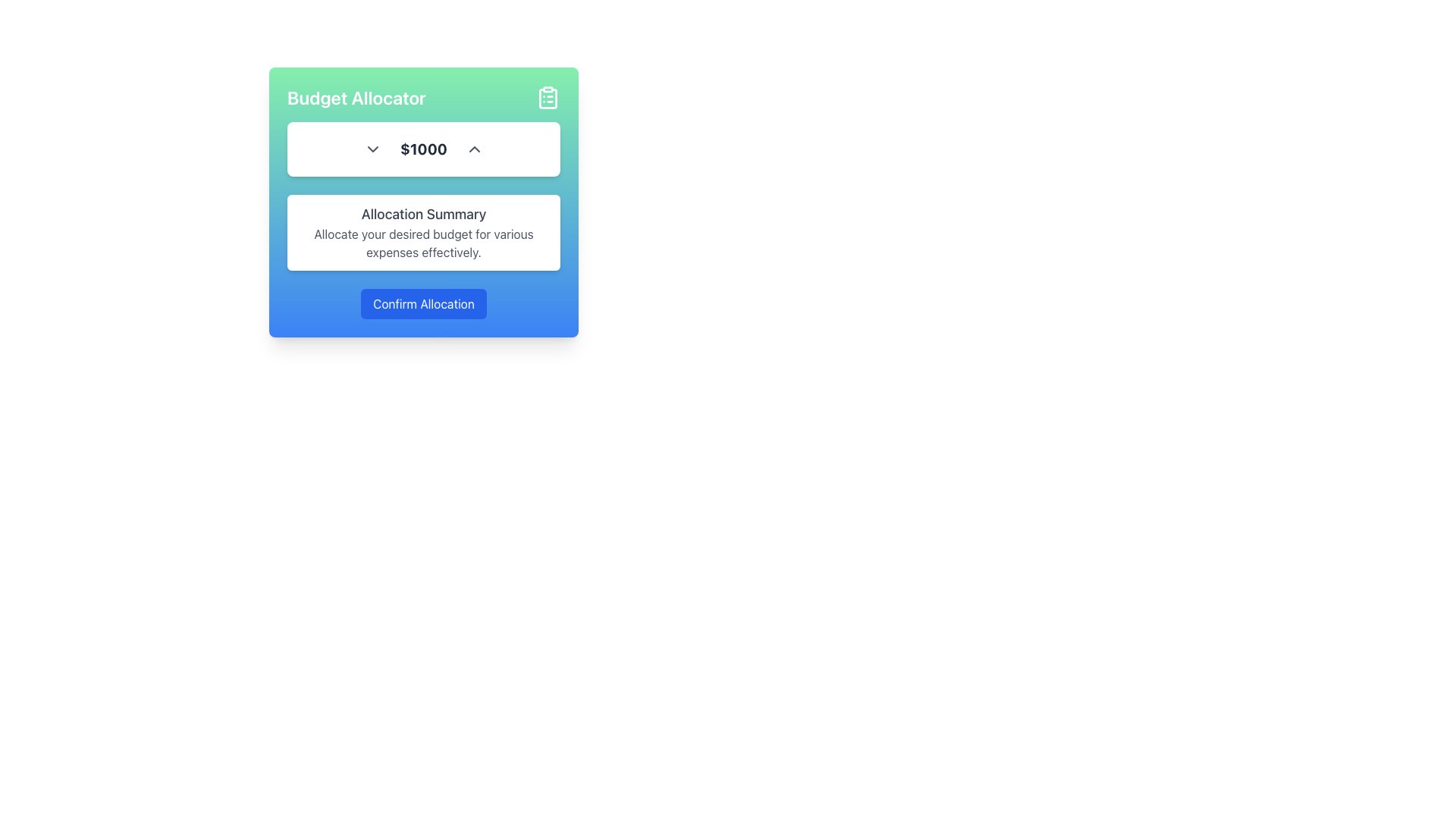 This screenshot has width=1456, height=819. What do you see at coordinates (423, 304) in the screenshot?
I see `the confirmation button located at the bottom of the interface, directly below the 'Allocation Summary' card` at bounding box center [423, 304].